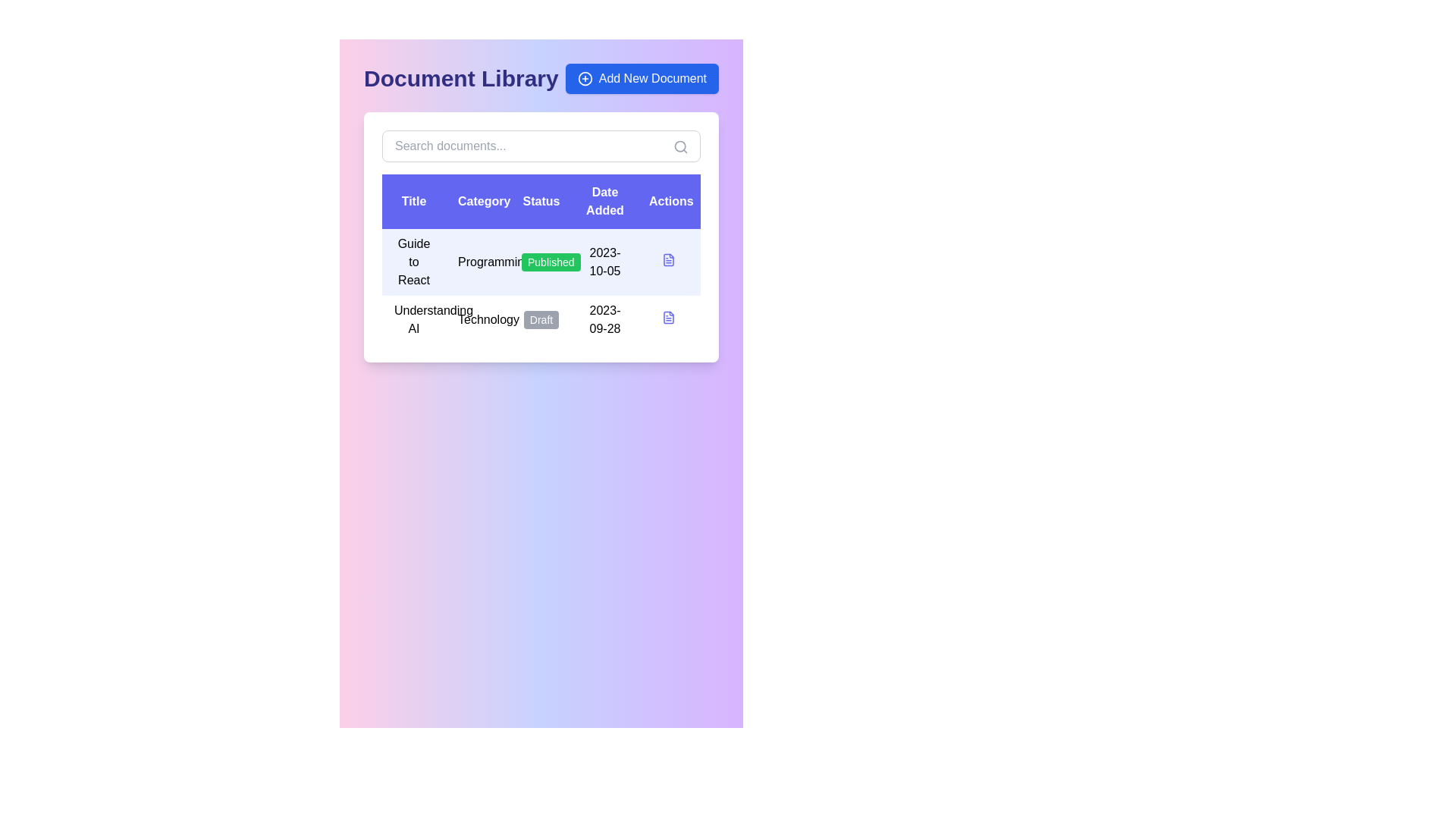 This screenshot has height=819, width=1456. Describe the element at coordinates (668, 201) in the screenshot. I see `the 'Actions' header label in the table, which is the fifth section of the header row` at that location.